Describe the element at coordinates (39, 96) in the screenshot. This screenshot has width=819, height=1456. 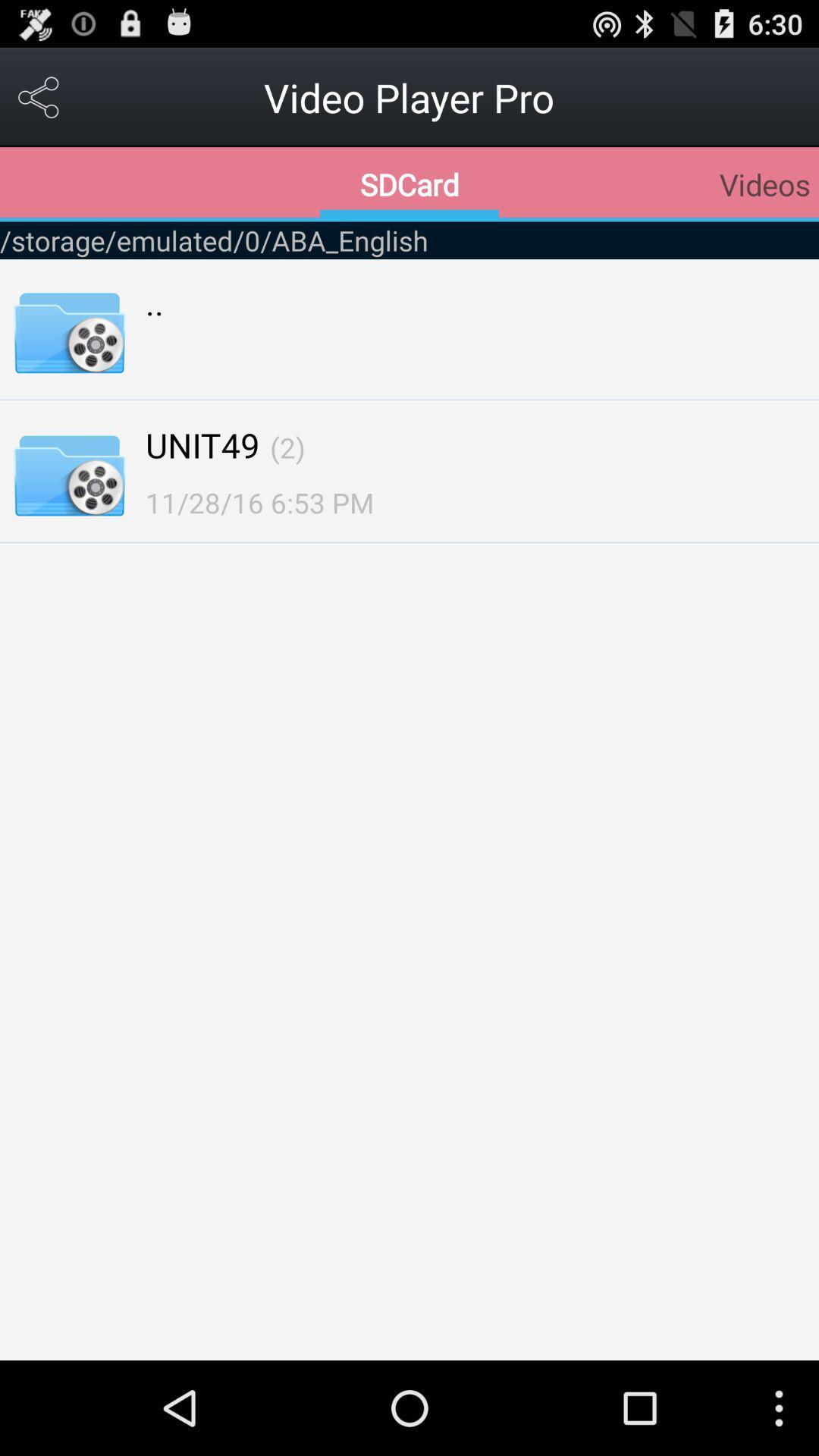
I see `app to the left of the video player pro app` at that location.